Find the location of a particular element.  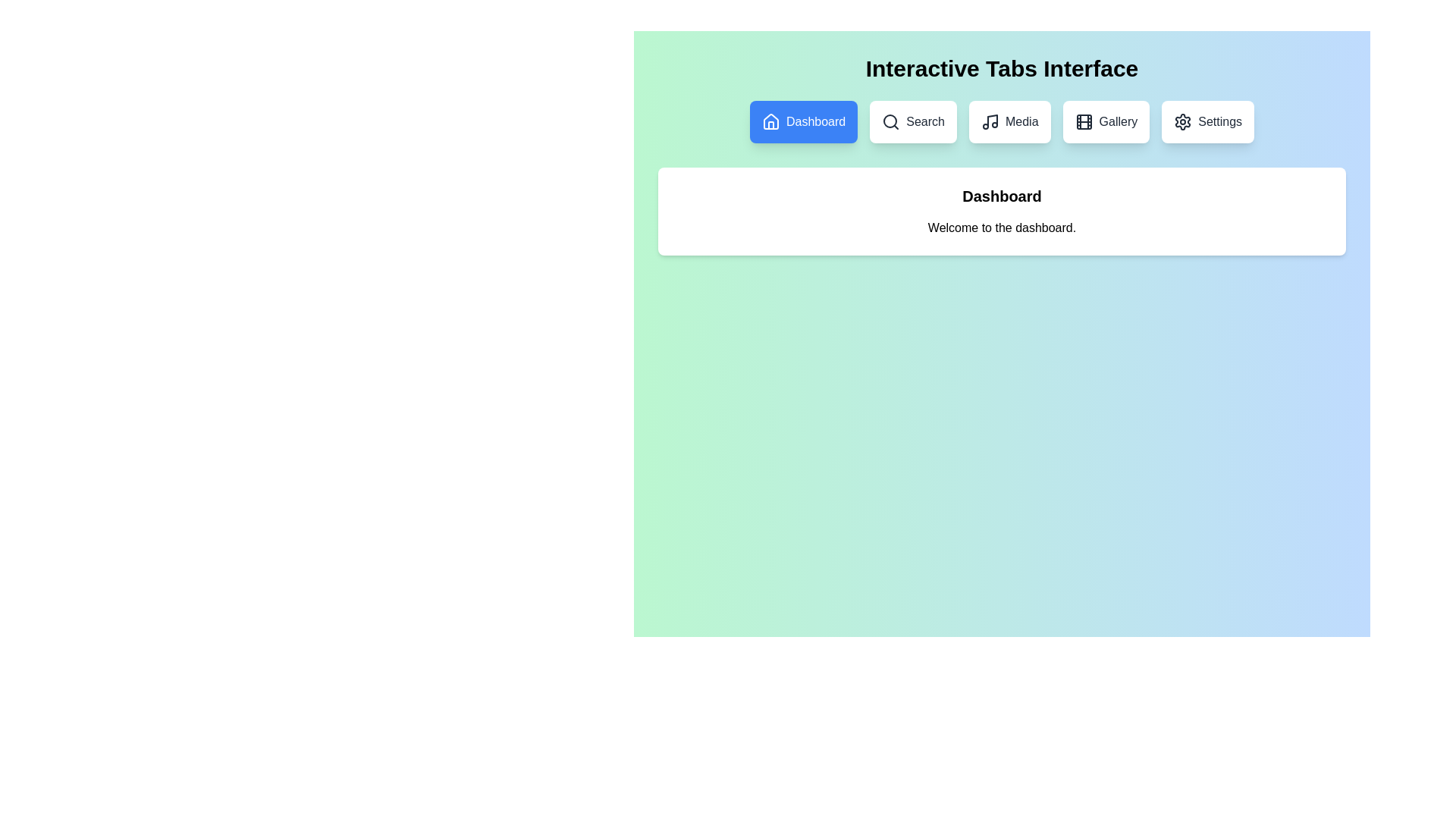

the rectangular button labeled 'Gallery', which has a white background, a film strip icon, and is located in the top-right area of the main content is located at coordinates (1106, 121).